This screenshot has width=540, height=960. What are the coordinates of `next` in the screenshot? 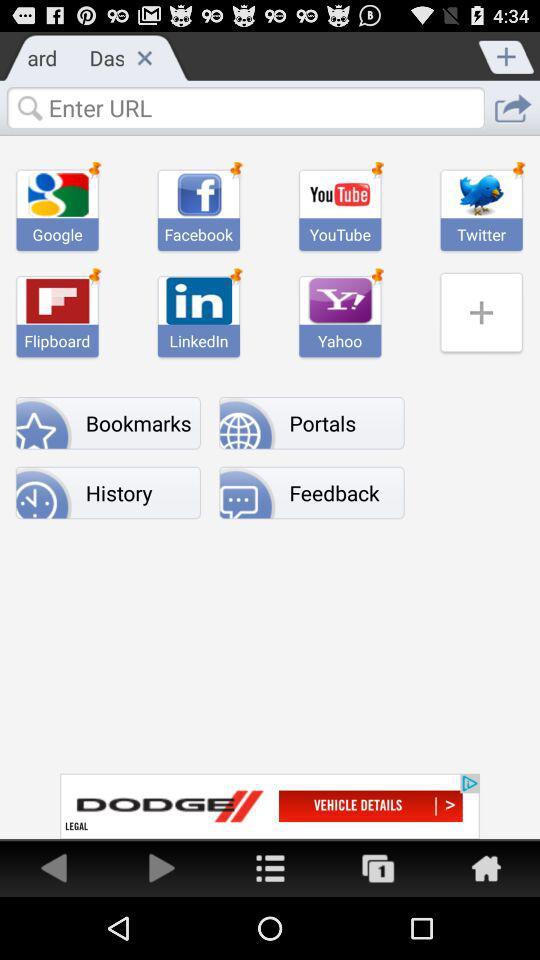 It's located at (161, 866).